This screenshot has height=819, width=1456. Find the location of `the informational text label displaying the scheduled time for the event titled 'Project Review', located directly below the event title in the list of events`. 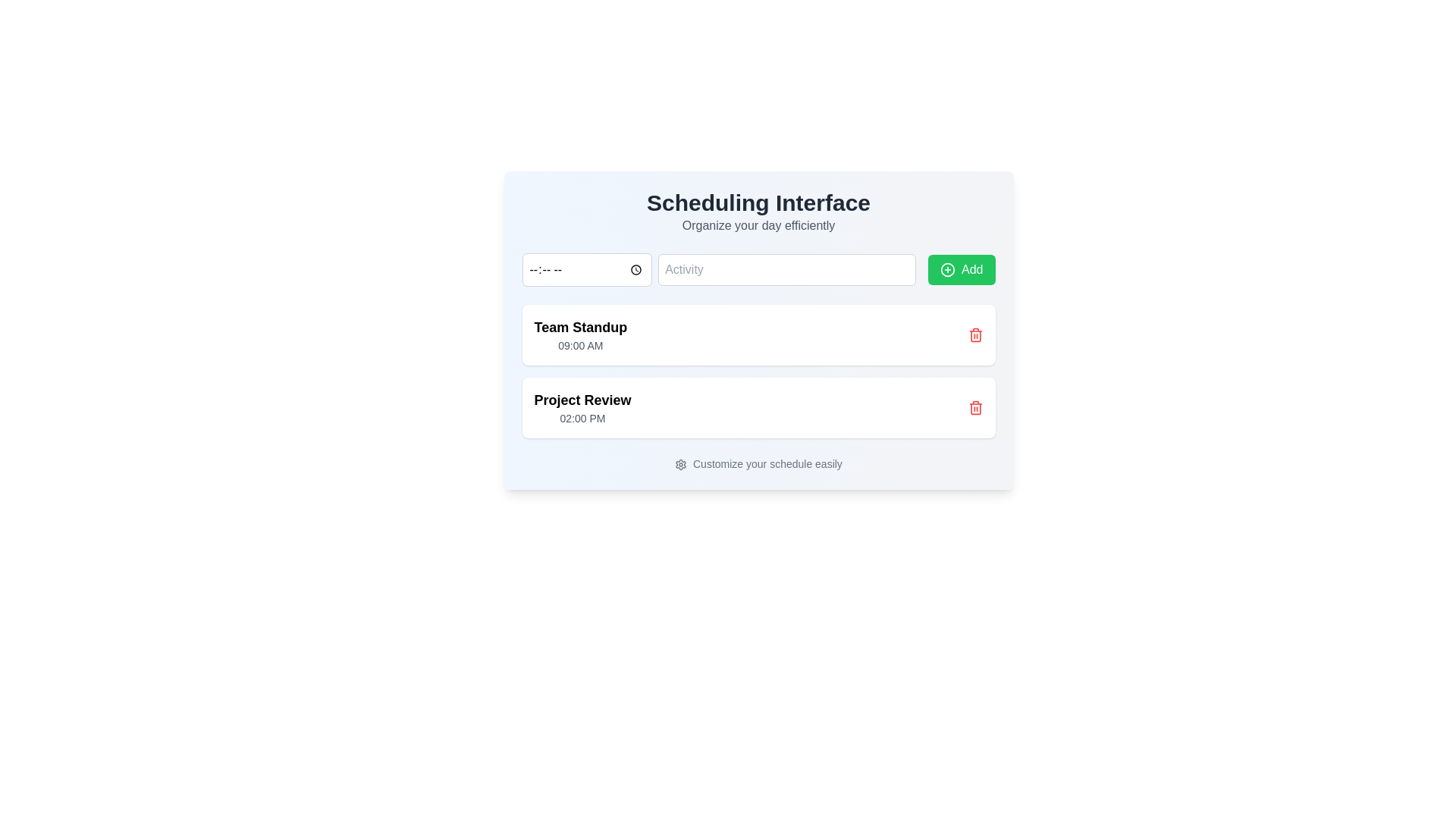

the informational text label displaying the scheduled time for the event titled 'Project Review', located directly below the event title in the list of events is located at coordinates (582, 418).